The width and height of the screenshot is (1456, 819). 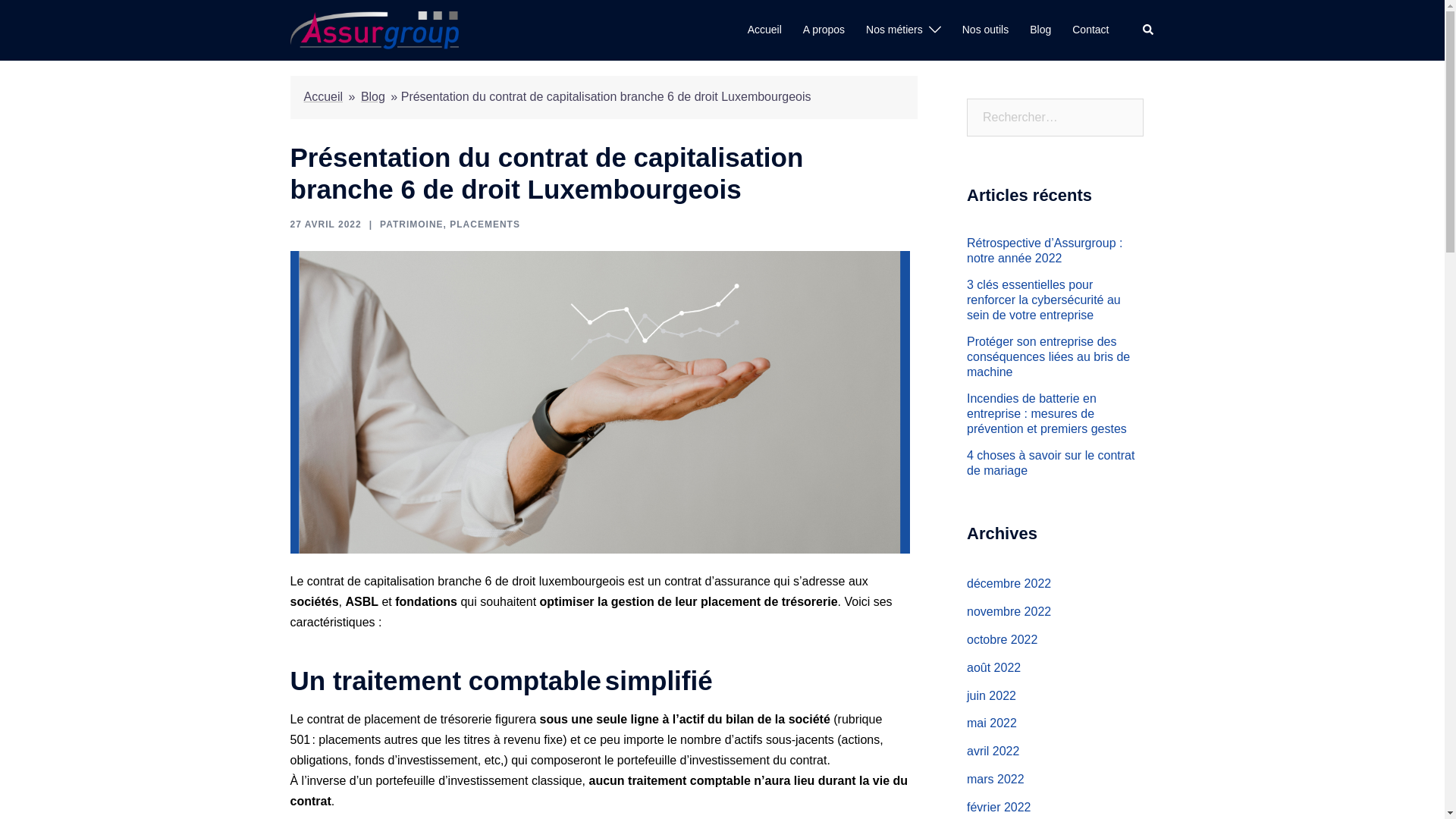 I want to click on 'Blog', so click(x=372, y=96).